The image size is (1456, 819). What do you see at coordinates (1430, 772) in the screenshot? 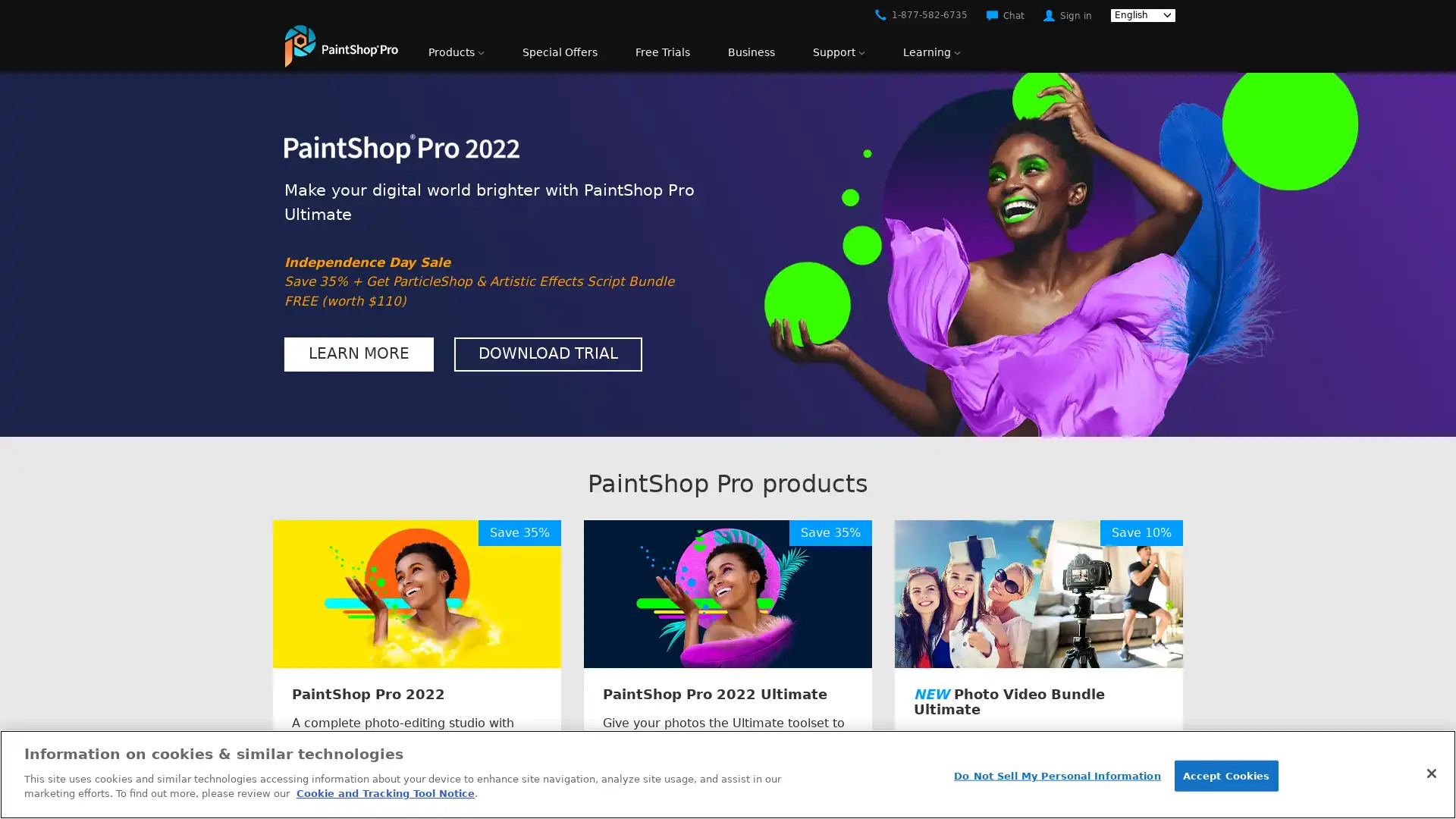
I see `Close` at bounding box center [1430, 772].